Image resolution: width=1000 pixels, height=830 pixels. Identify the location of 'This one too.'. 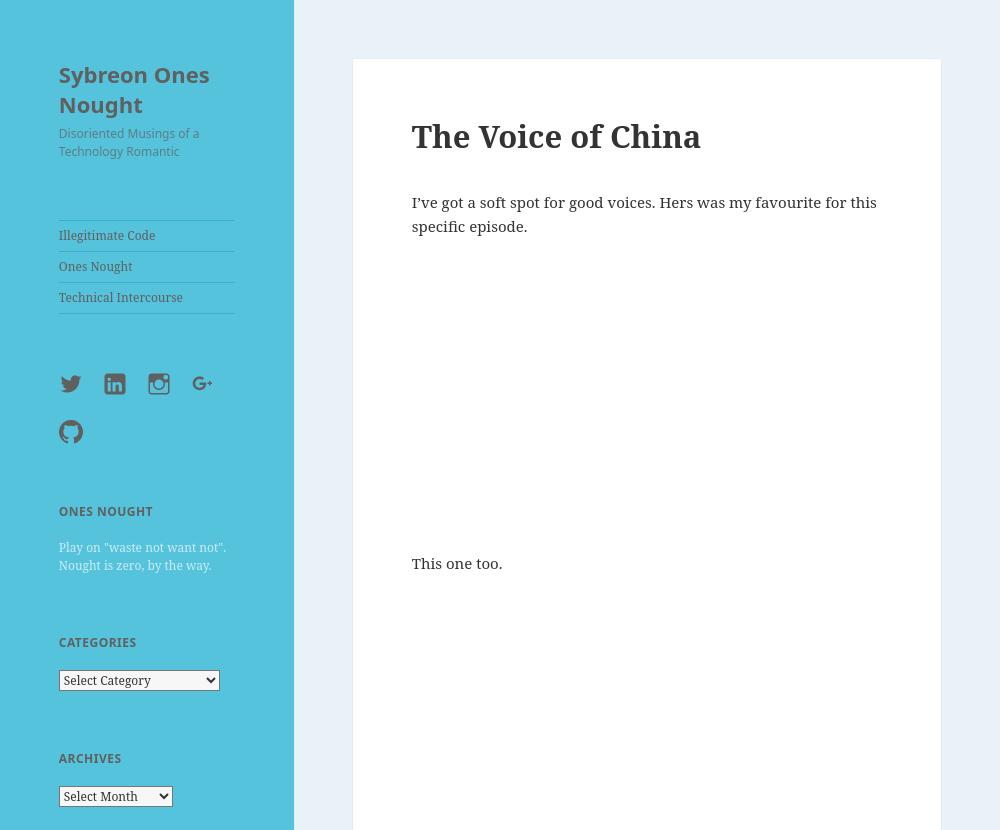
(455, 560).